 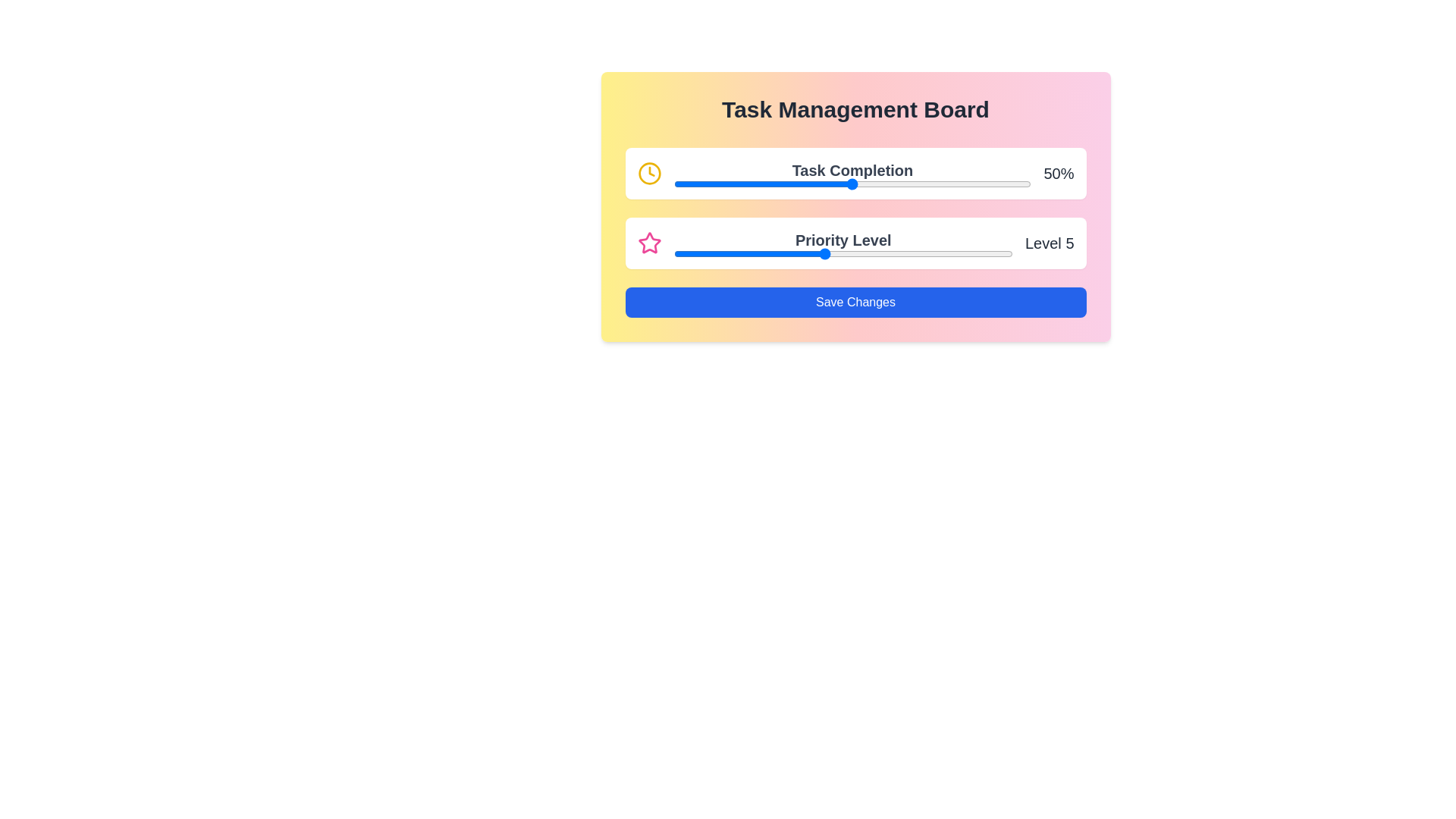 I want to click on the progress bar in the 'Task Management Board' section, so click(x=852, y=172).